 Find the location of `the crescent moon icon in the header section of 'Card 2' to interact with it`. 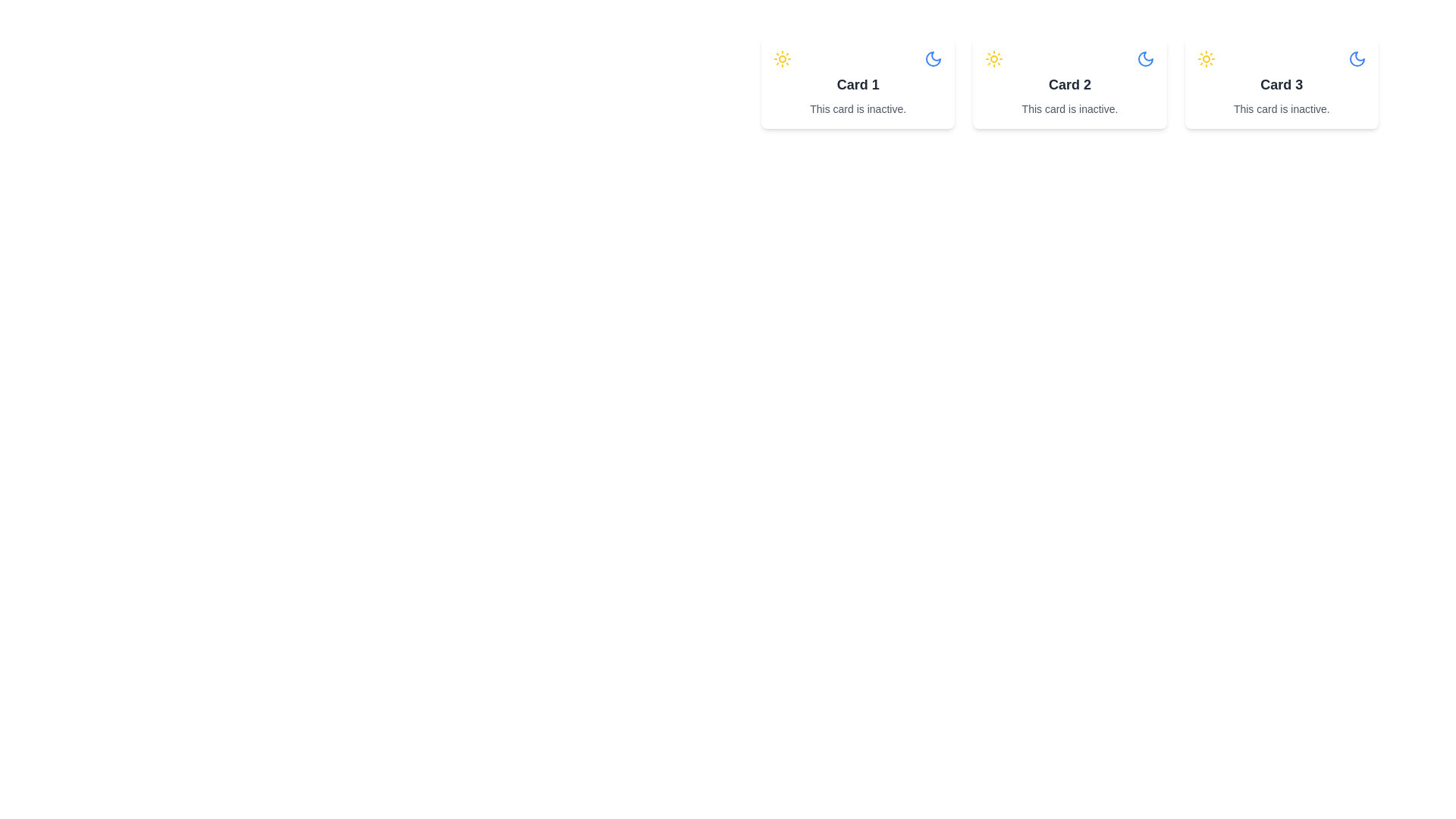

the crescent moon icon in the header section of 'Card 2' to interact with it is located at coordinates (1145, 58).